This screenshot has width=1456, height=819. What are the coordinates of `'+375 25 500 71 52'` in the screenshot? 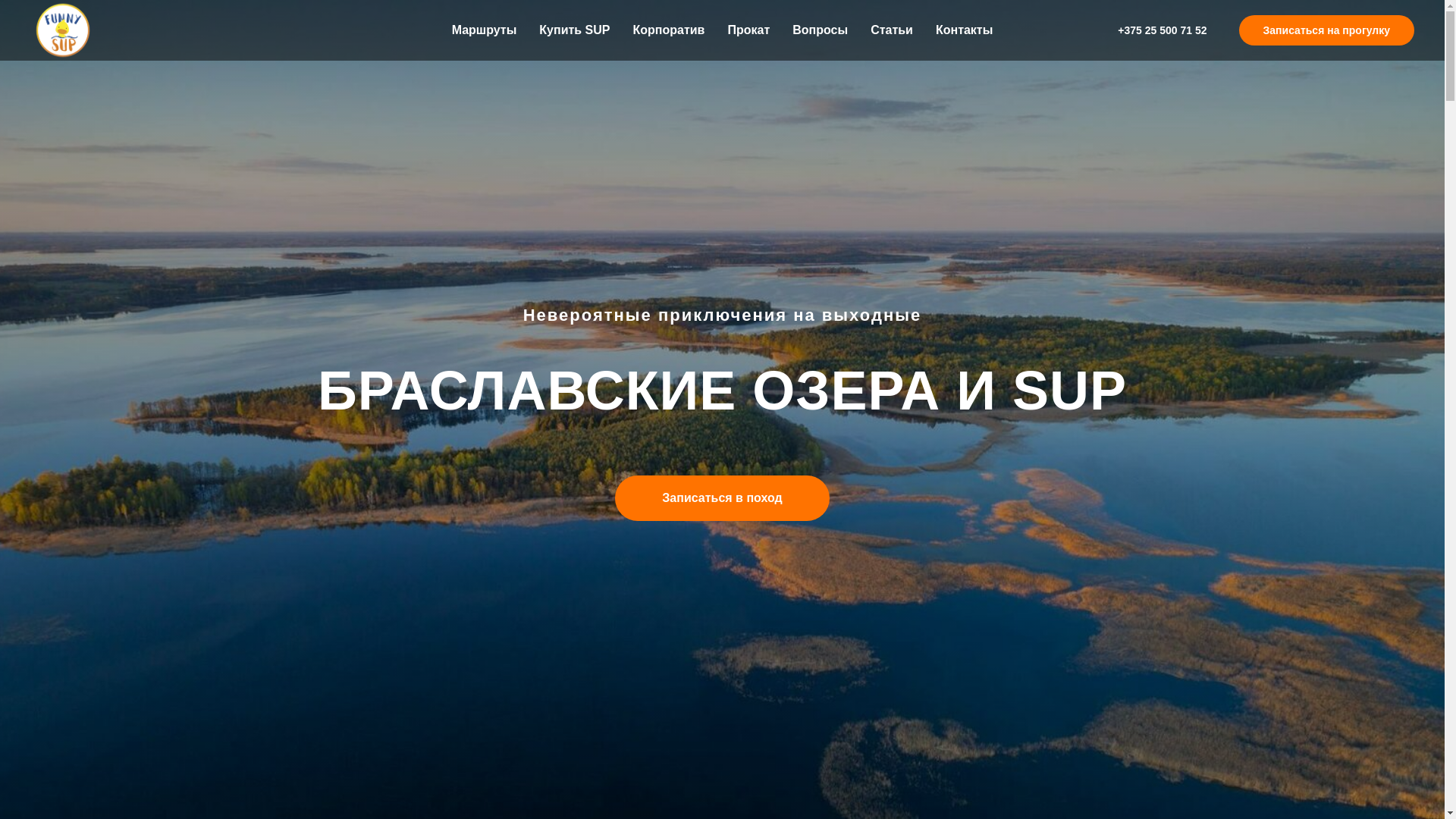 It's located at (1161, 30).